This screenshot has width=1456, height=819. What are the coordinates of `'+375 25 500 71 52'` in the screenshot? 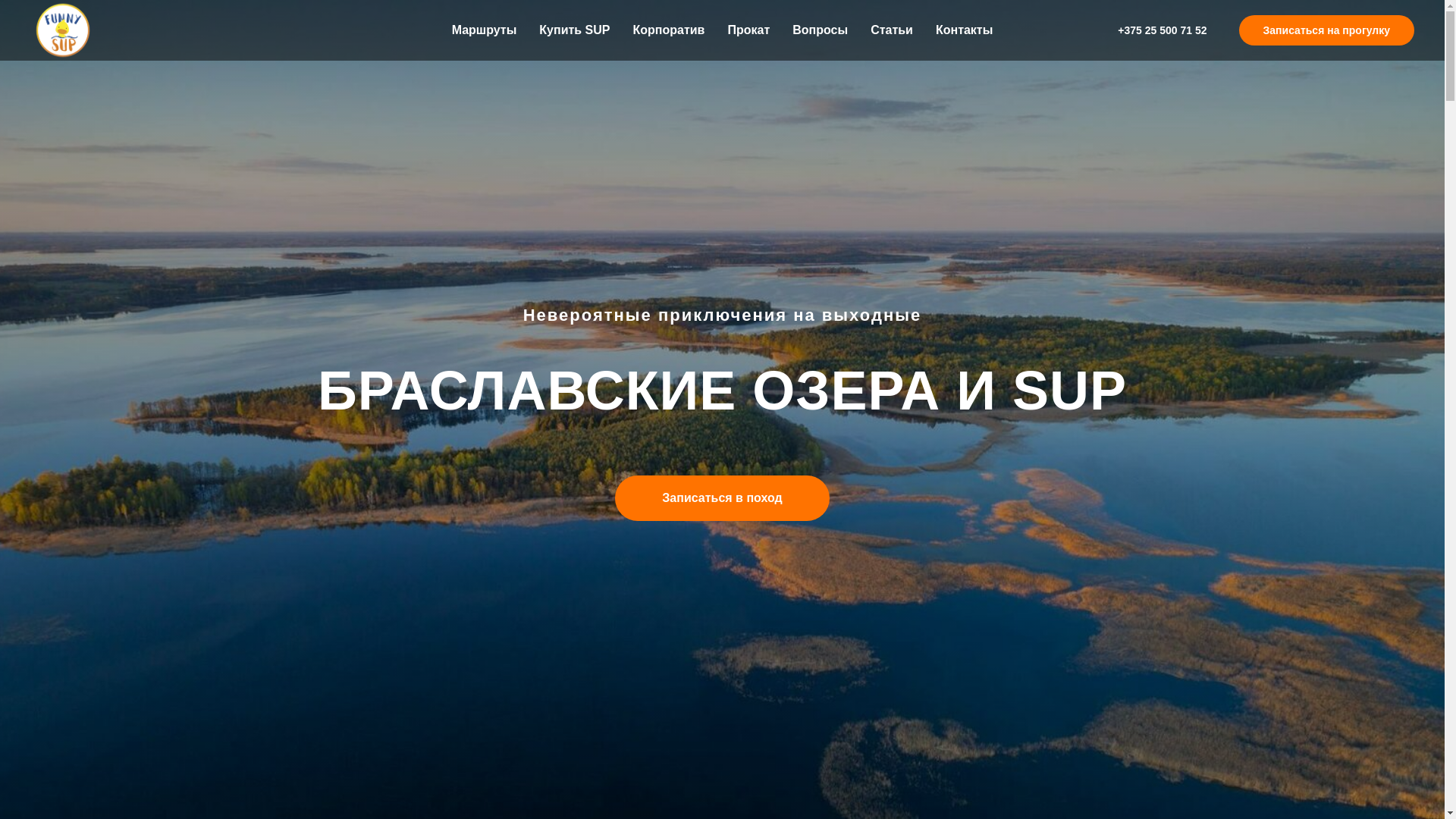 It's located at (1161, 30).